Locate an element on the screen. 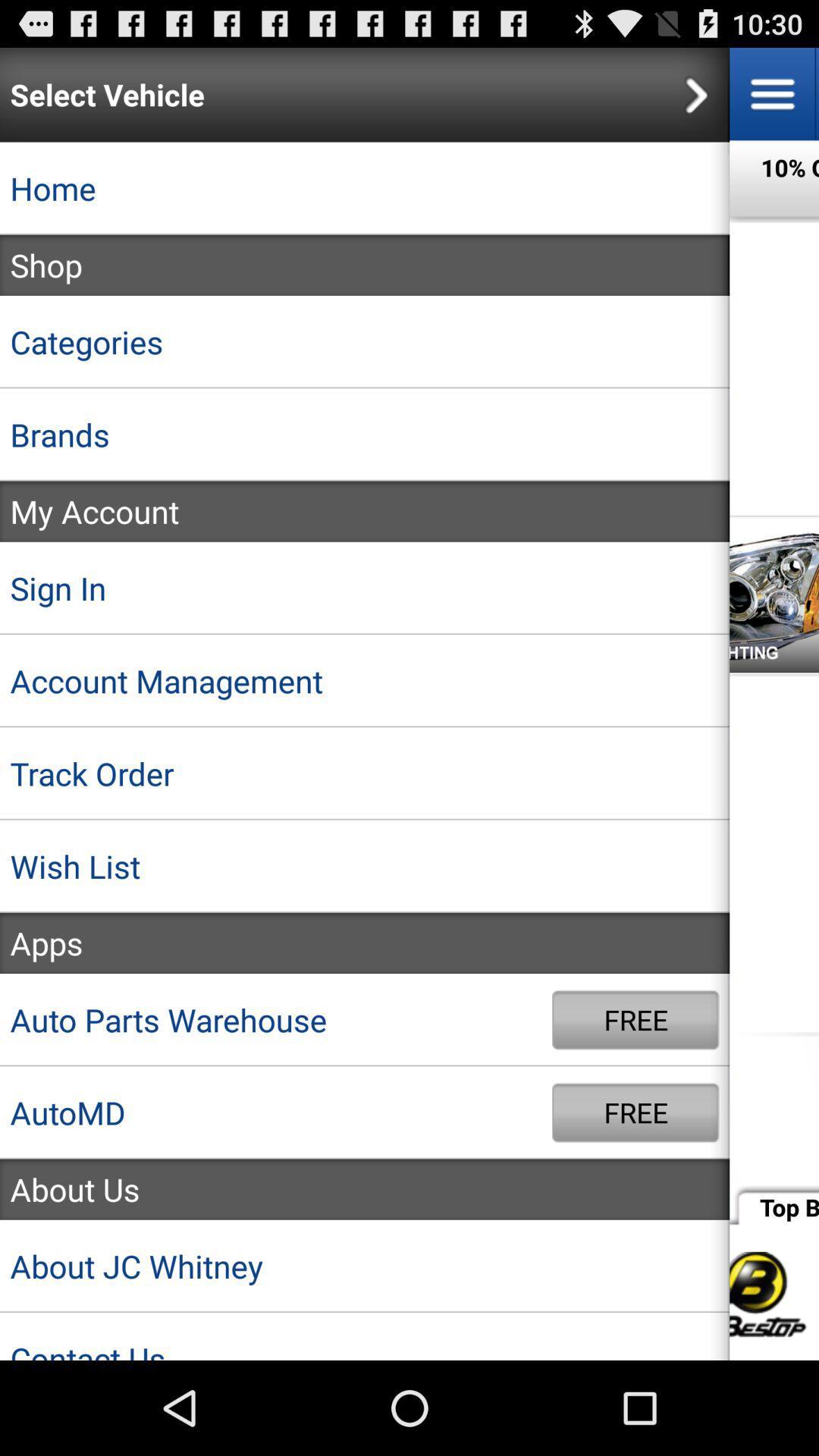 The image size is (819, 1456). the icon above the shop item is located at coordinates (365, 187).